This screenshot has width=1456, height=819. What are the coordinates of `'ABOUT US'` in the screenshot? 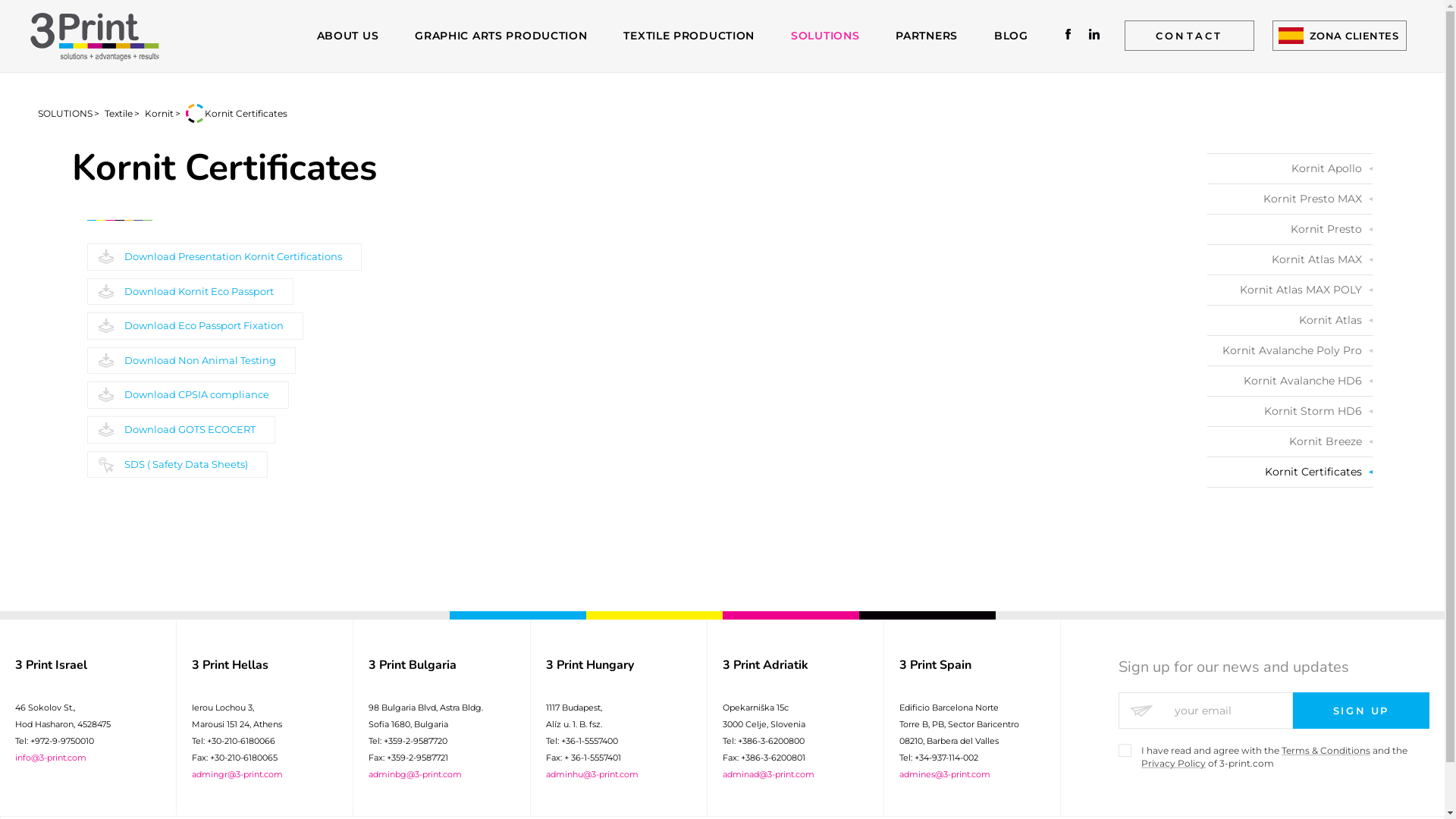 It's located at (347, 34).